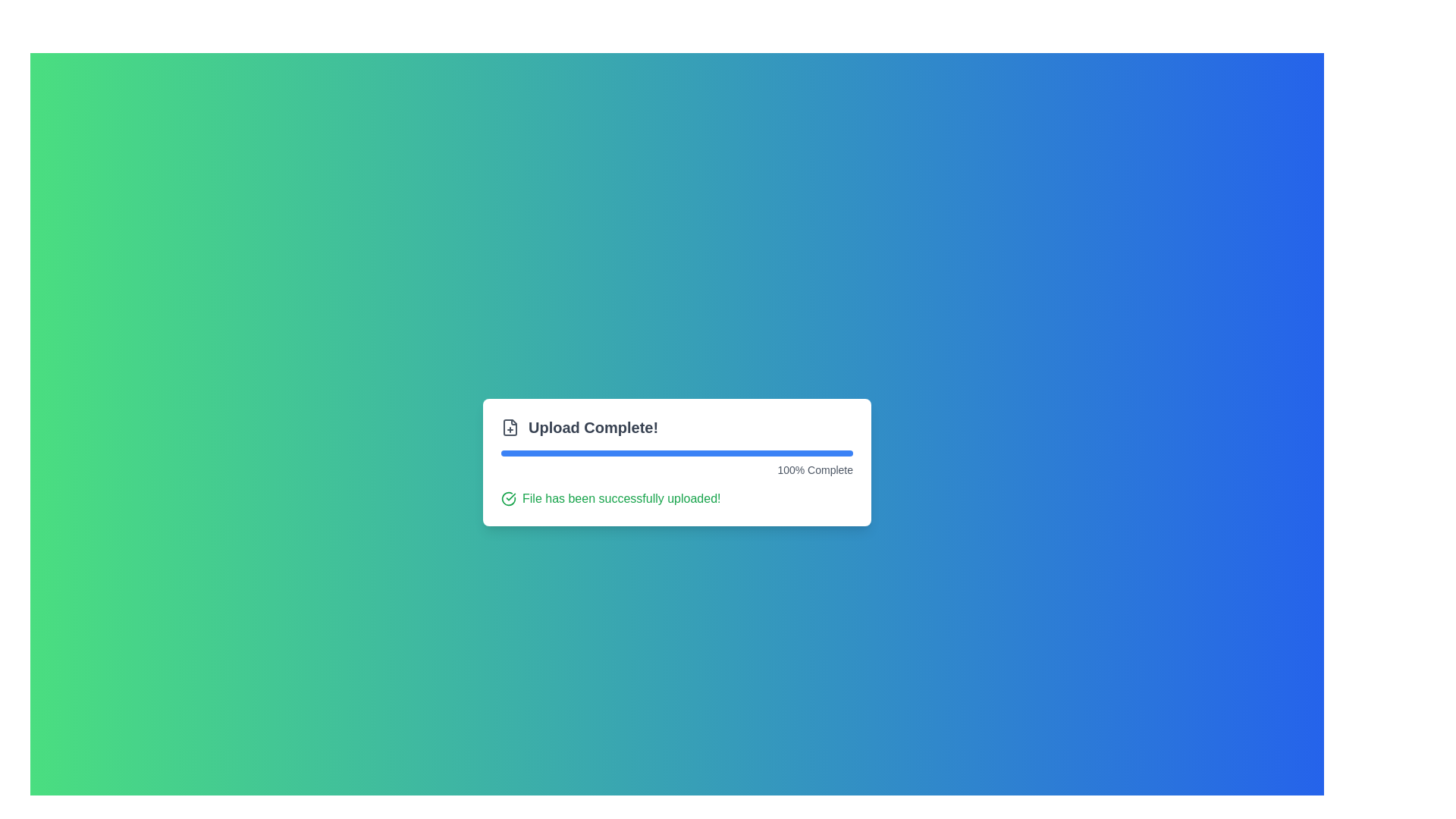 The image size is (1456, 819). I want to click on the text label that indicates the successful completion of the file upload, located in the card-like box below the progress bar and the title 'Upload Complete!', so click(621, 499).